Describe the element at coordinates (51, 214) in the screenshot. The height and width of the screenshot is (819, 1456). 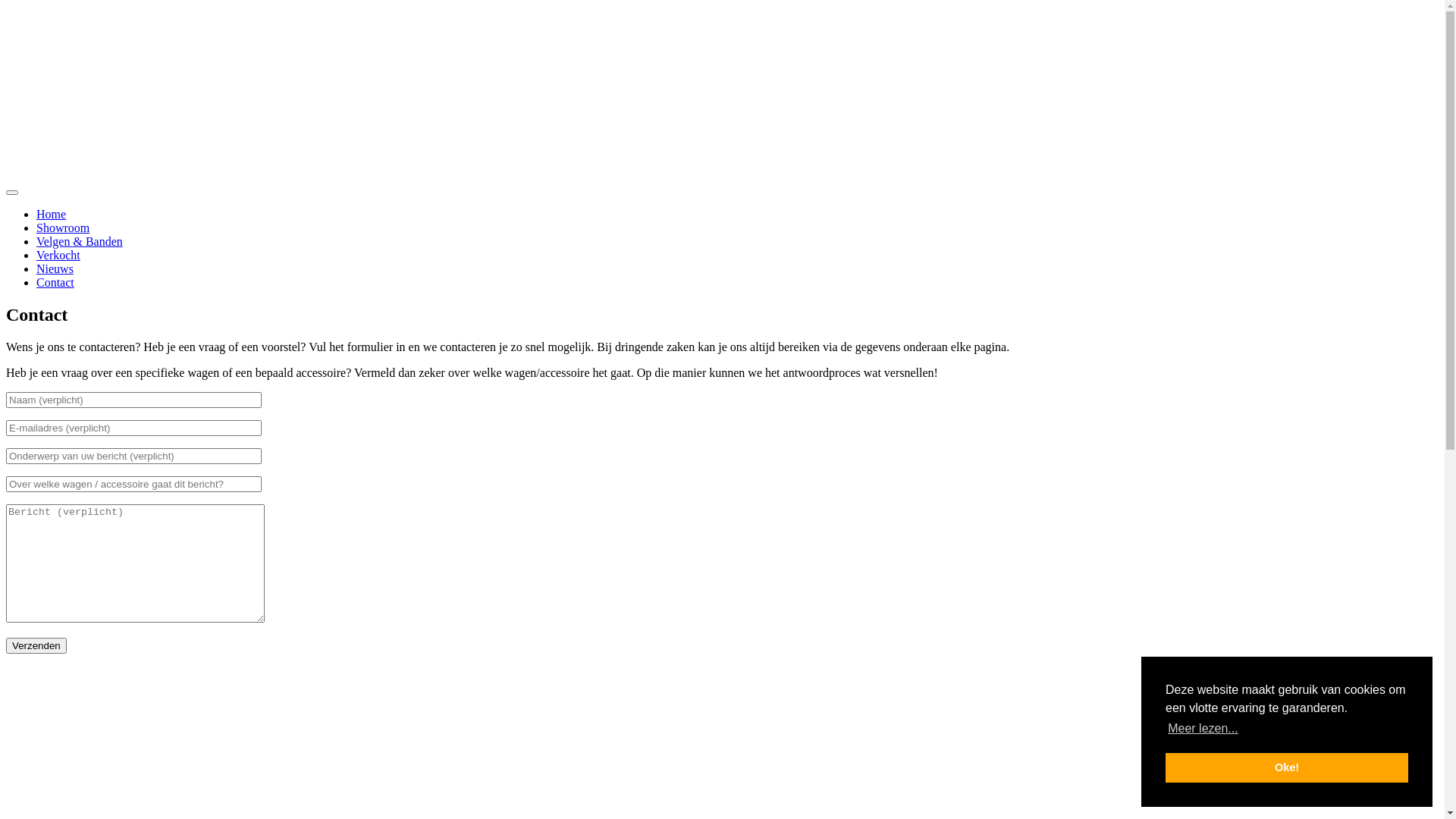
I see `'Home'` at that location.